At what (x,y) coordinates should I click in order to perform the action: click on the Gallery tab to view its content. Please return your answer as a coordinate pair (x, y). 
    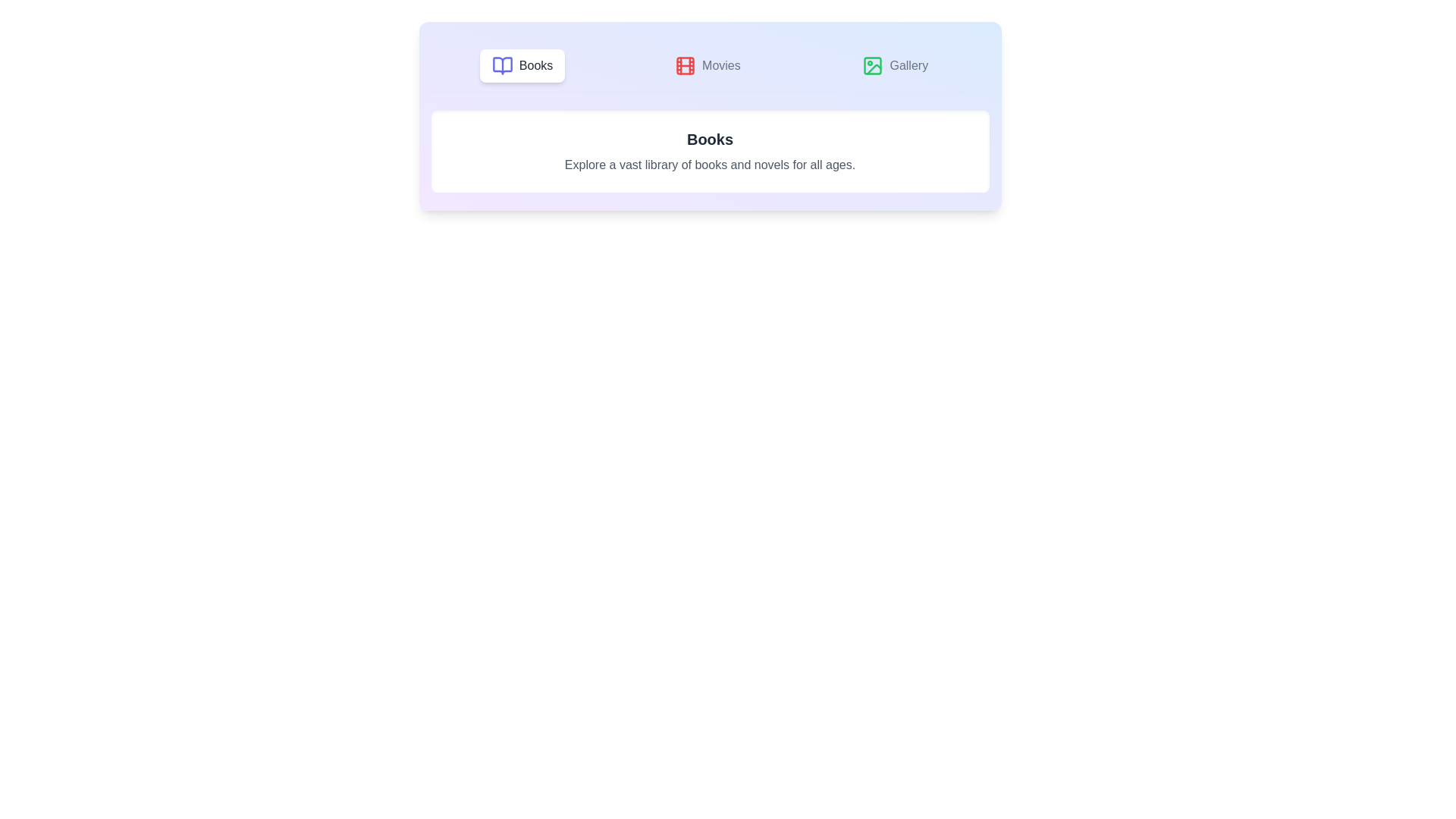
    Looking at the image, I should click on (895, 65).